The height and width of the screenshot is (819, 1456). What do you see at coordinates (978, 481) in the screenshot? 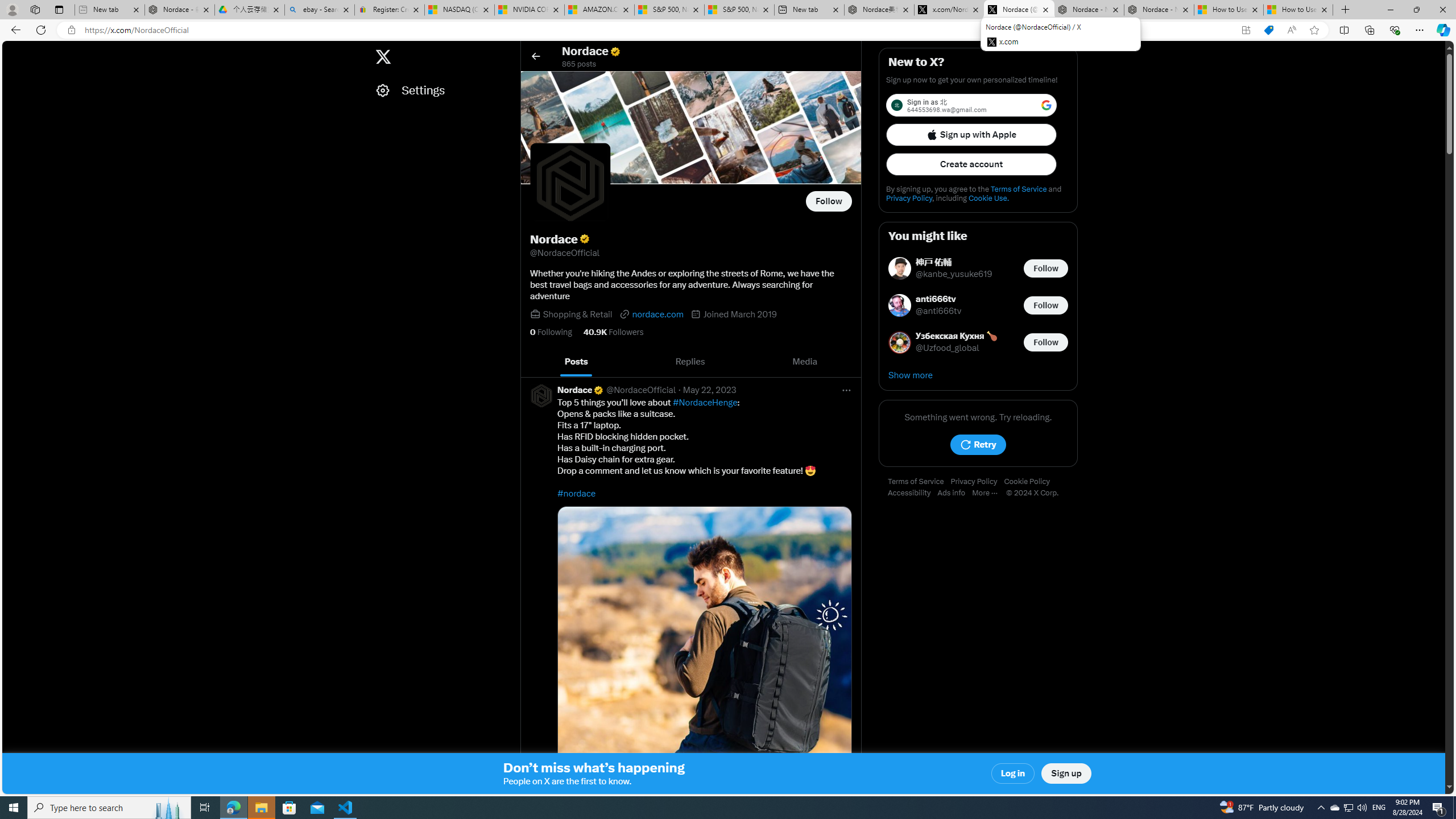
I see `'Privacy Policy'` at bounding box center [978, 481].